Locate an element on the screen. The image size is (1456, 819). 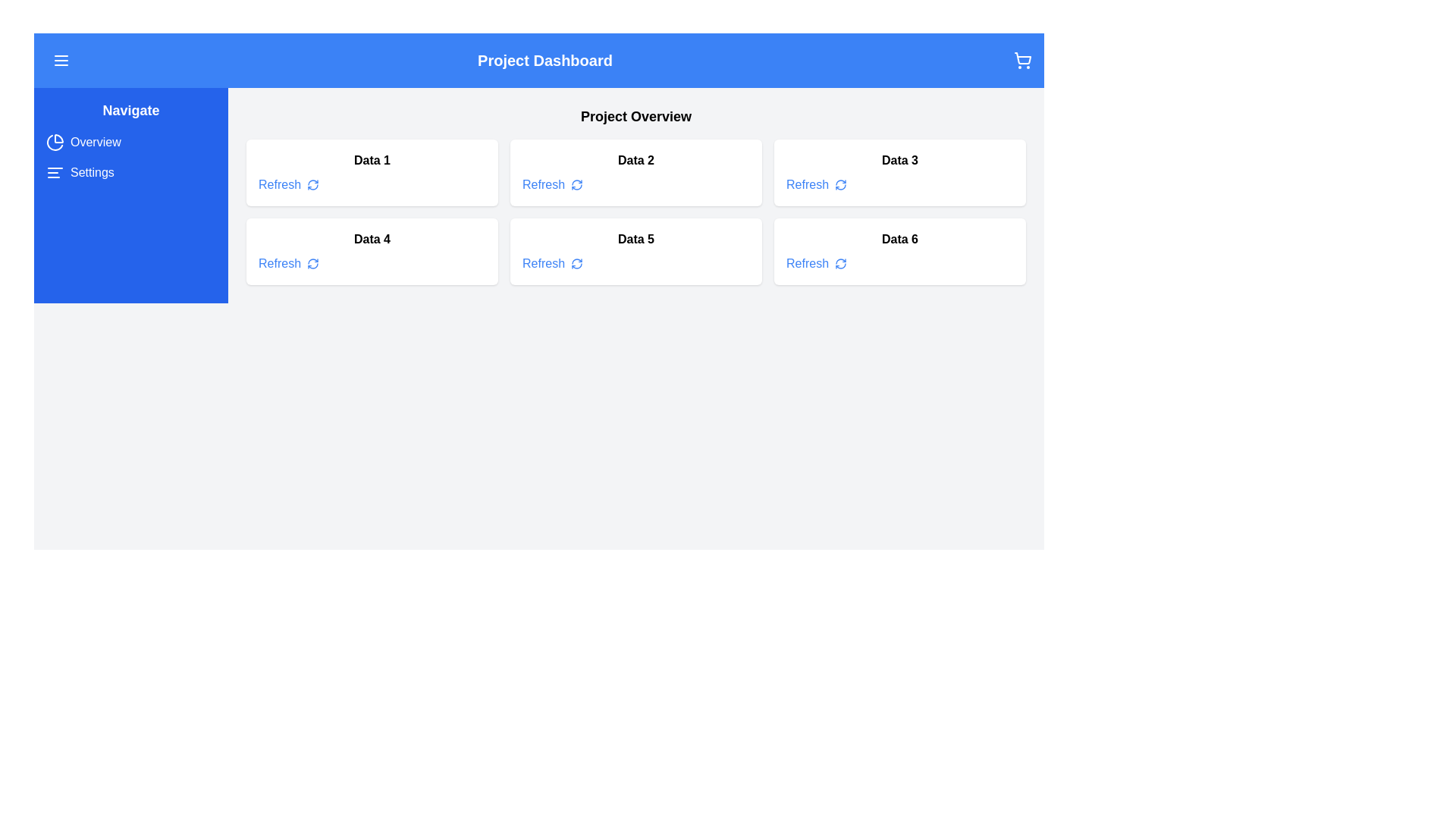
the 'Settings' text label in white font located within the blue background of the sidebar navigation menu is located at coordinates (91, 171).